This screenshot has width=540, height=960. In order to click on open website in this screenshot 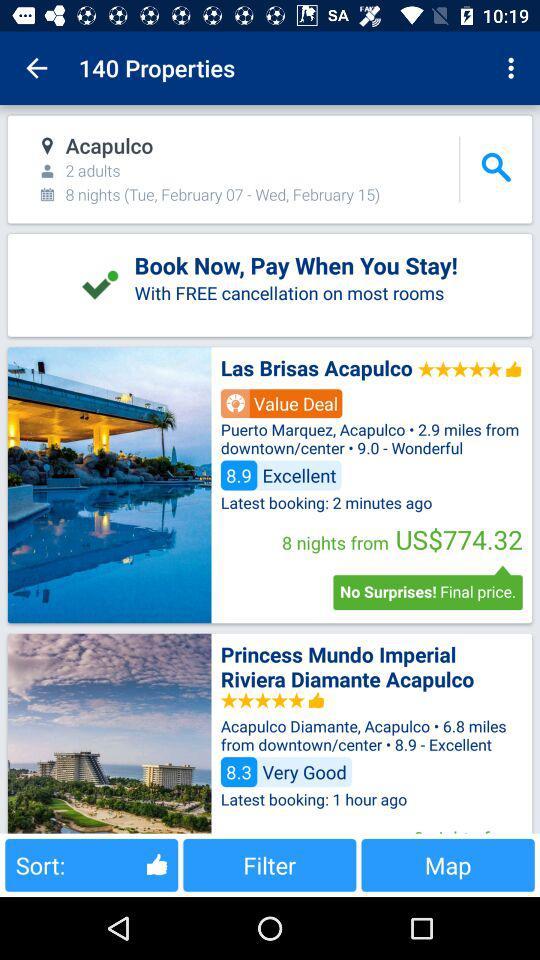, I will do `click(109, 484)`.